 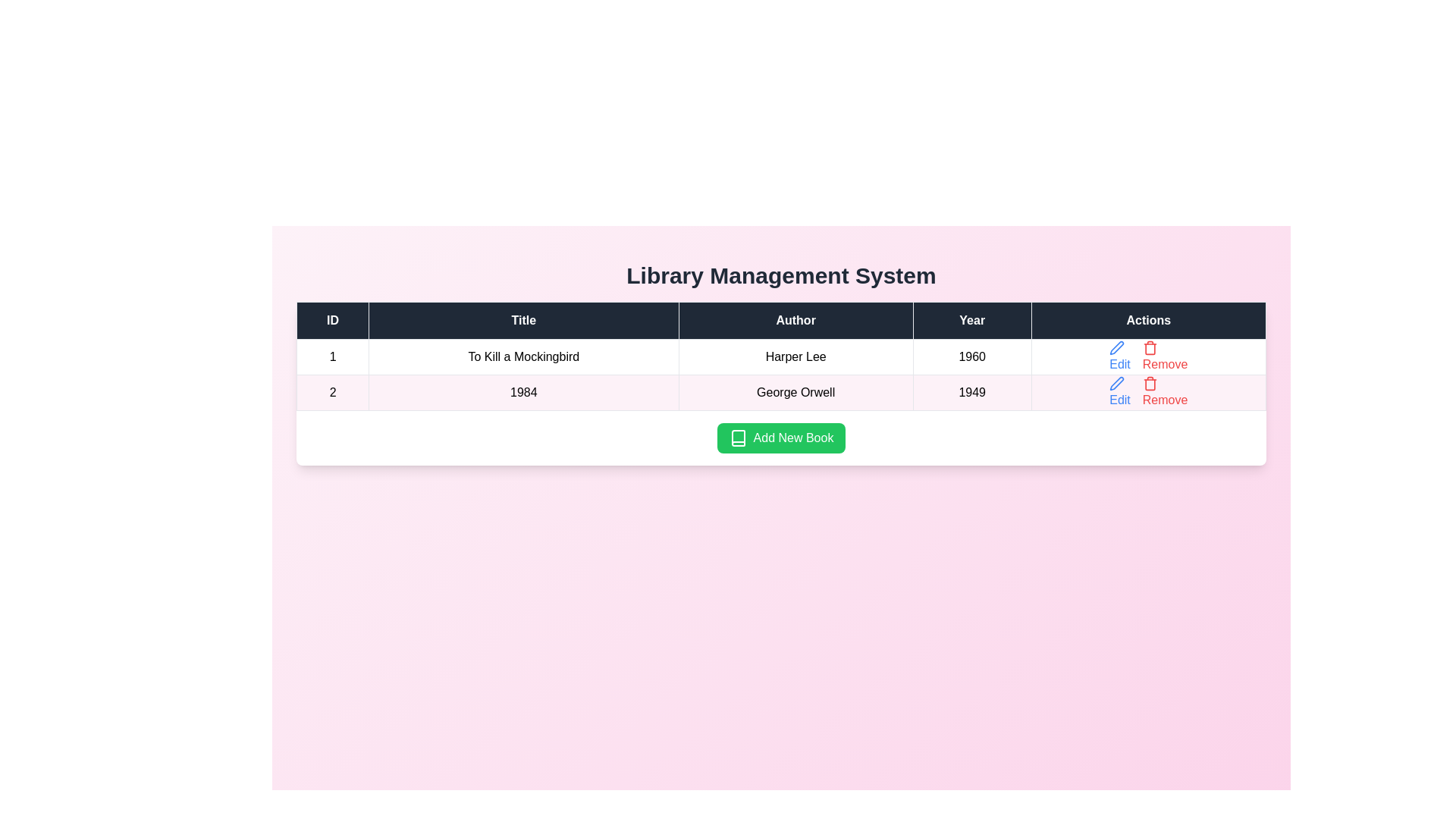 I want to click on the red 'Remove' button with a trashcan icon located, so click(x=1164, y=356).